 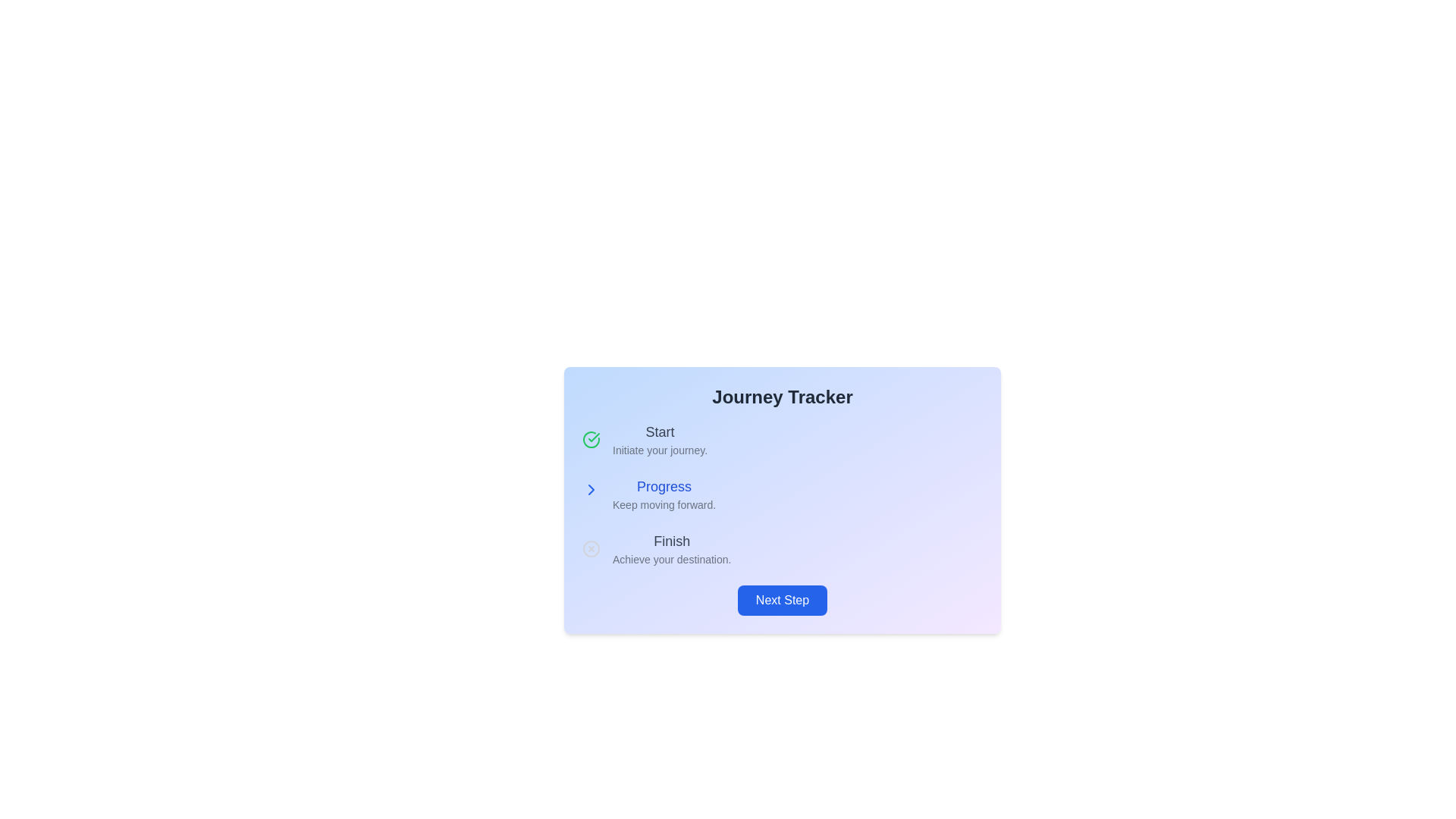 I want to click on the header text label that organizes the content into distinct sections, positioned at the top-left of a vertically arranged list within a rectangular card, so click(x=660, y=432).